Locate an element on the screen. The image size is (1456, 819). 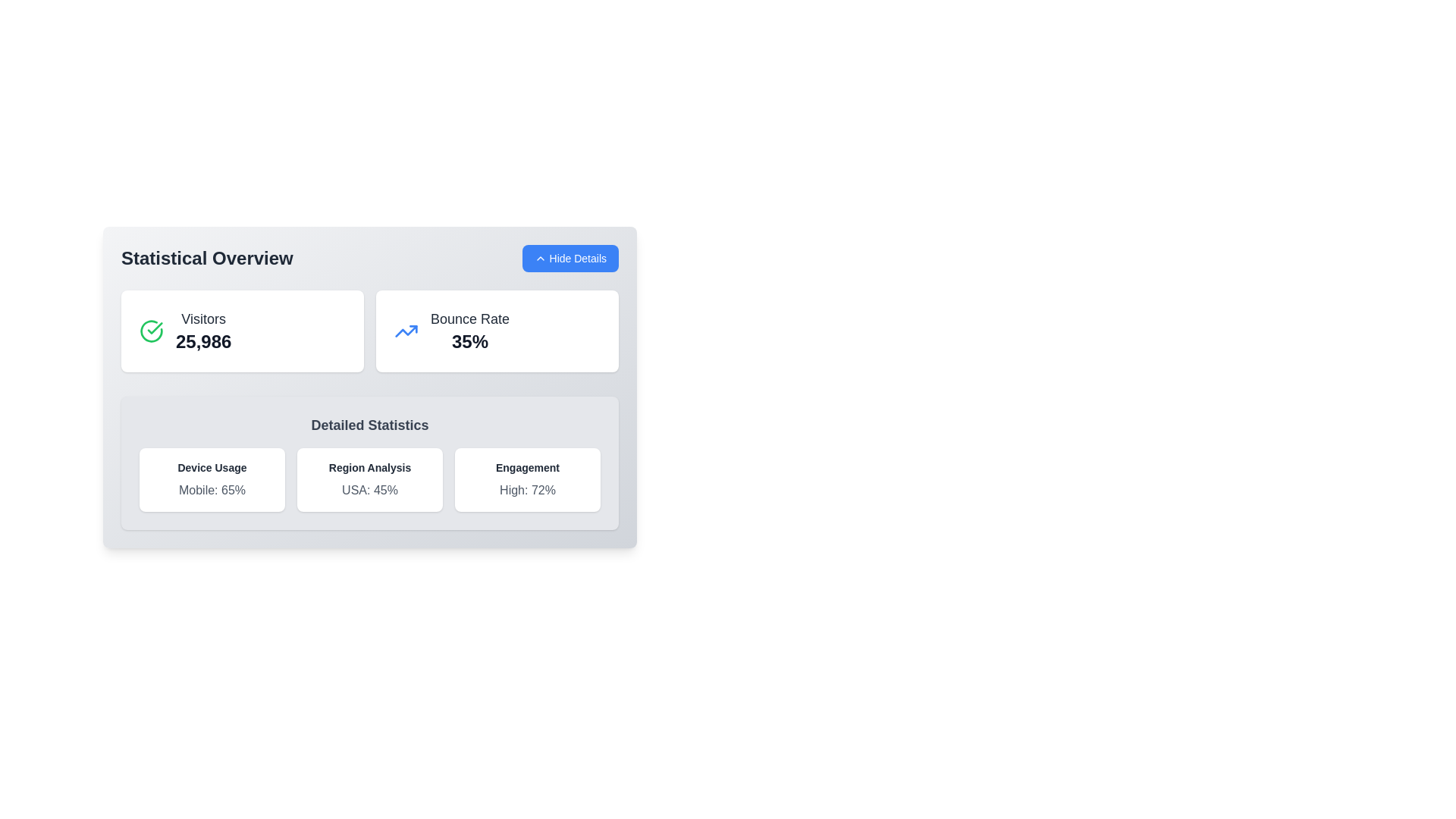
the static text label within the blue button, which indicates that clicking the button will collapse or hide additional information below is located at coordinates (577, 257).